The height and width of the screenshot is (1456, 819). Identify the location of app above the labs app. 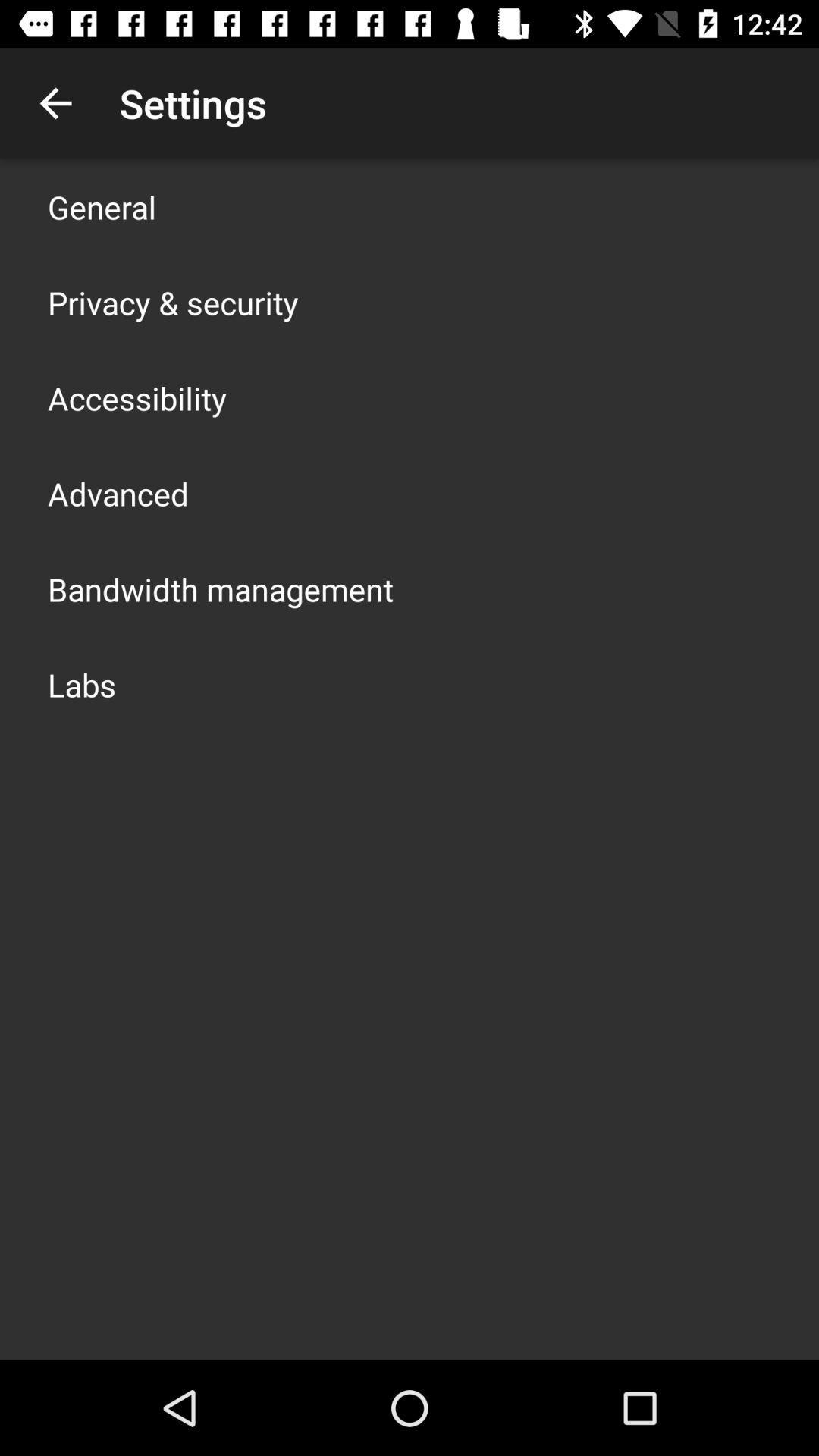
(220, 588).